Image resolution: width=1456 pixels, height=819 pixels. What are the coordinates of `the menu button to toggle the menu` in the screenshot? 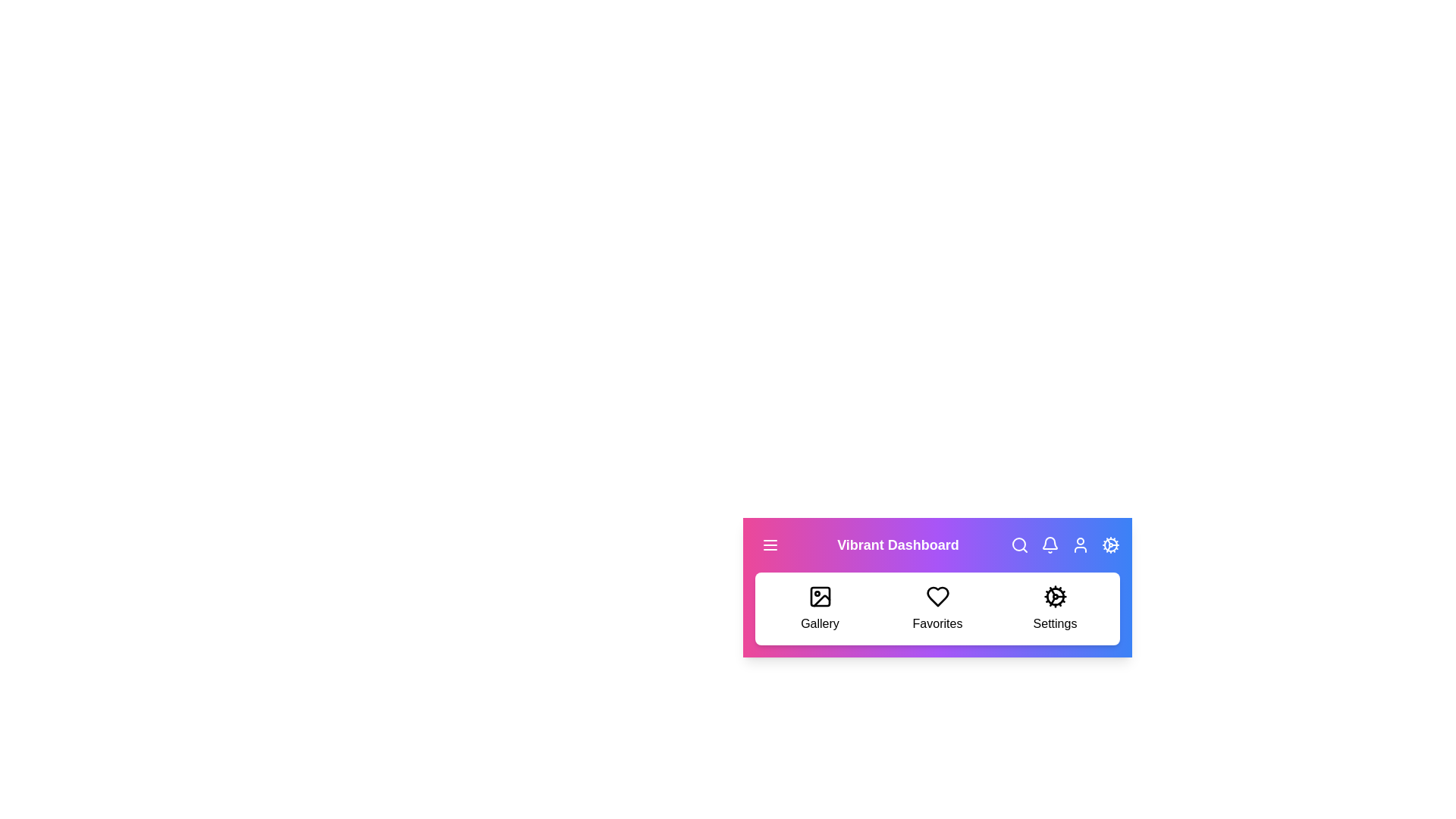 It's located at (770, 544).